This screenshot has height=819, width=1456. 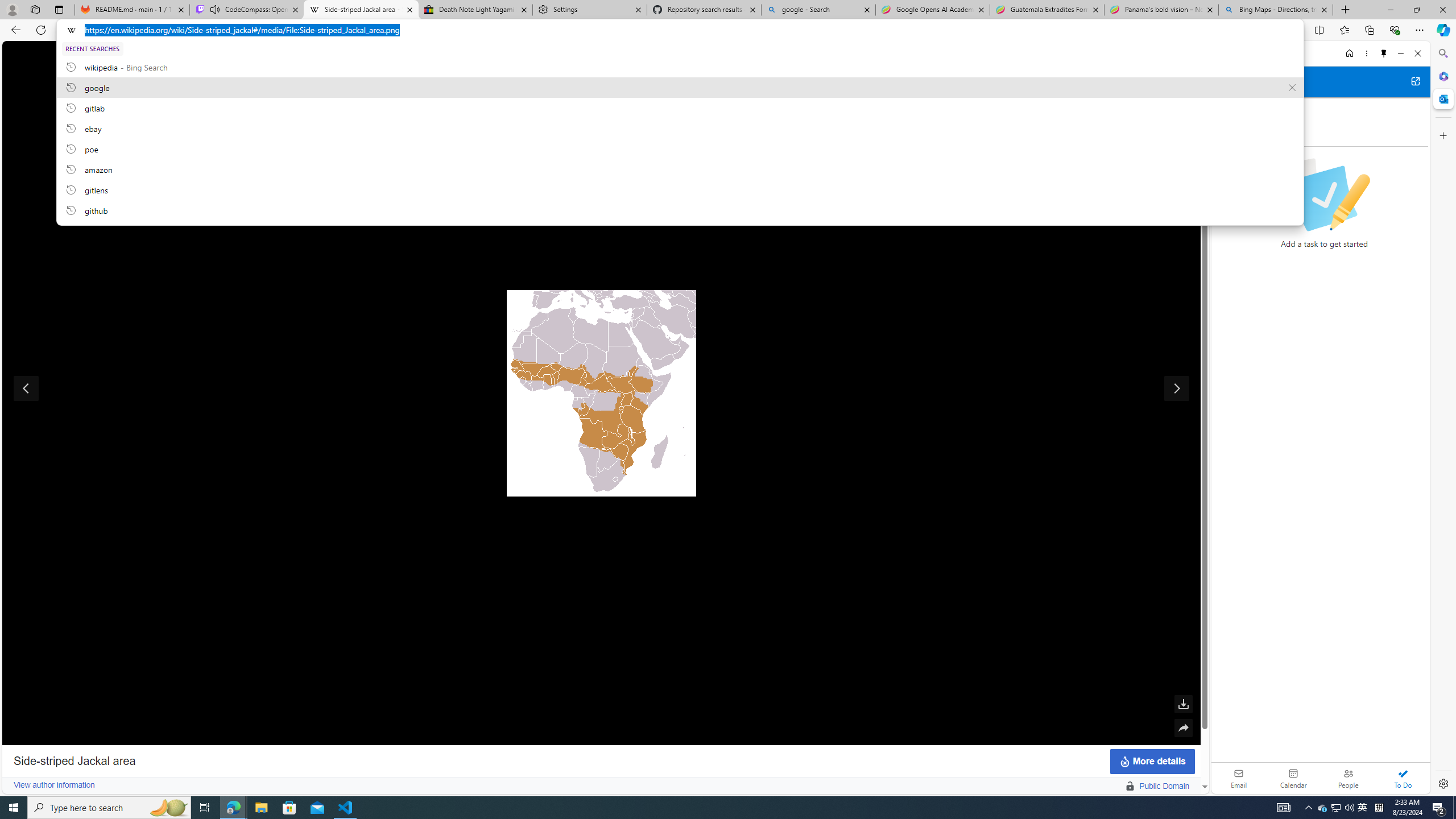 What do you see at coordinates (1176, 388) in the screenshot?
I see `'Show next image'` at bounding box center [1176, 388].